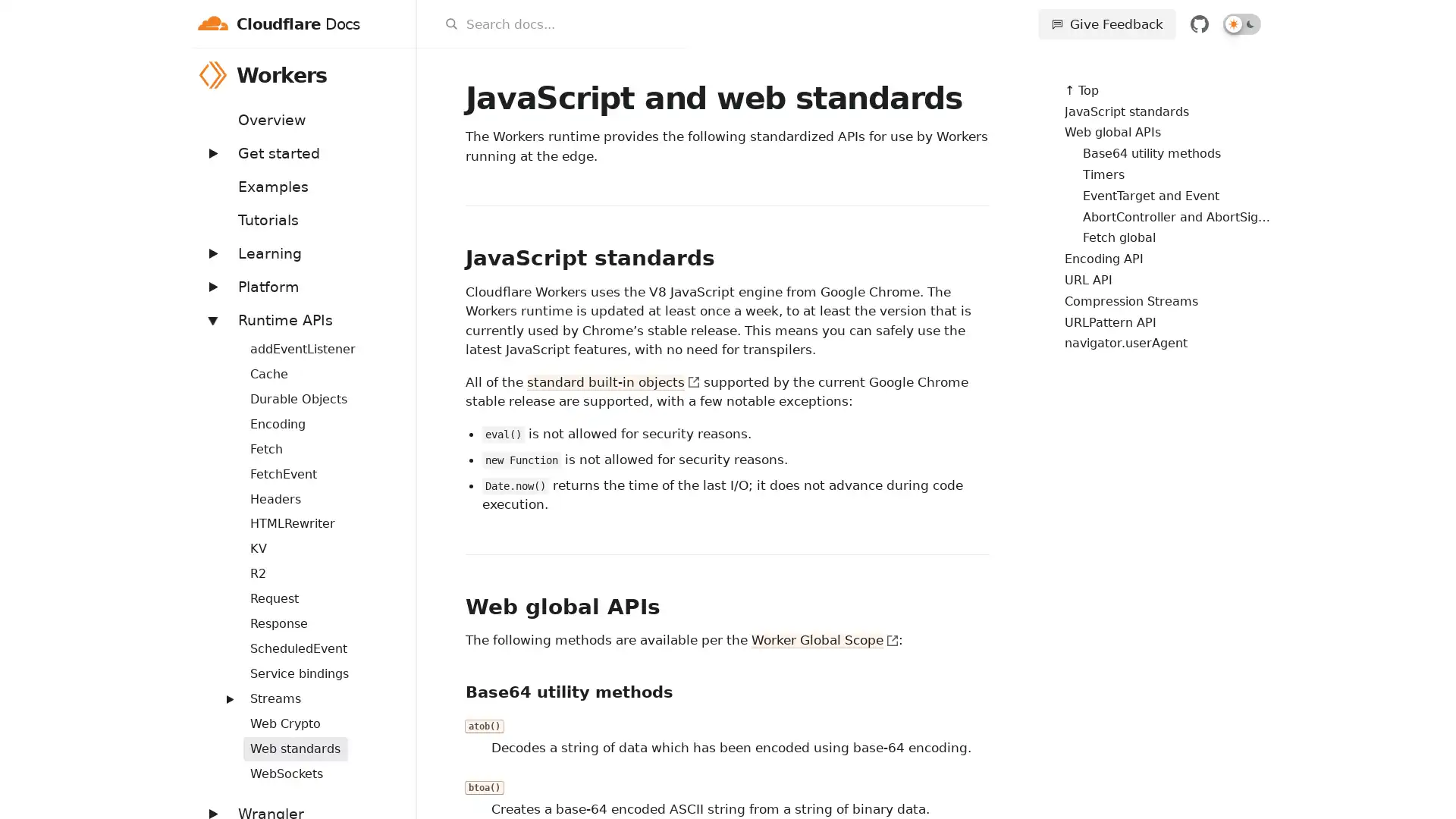 This screenshot has height=819, width=1456. Describe the element at coordinates (211, 252) in the screenshot. I see `Expand: Learning` at that location.